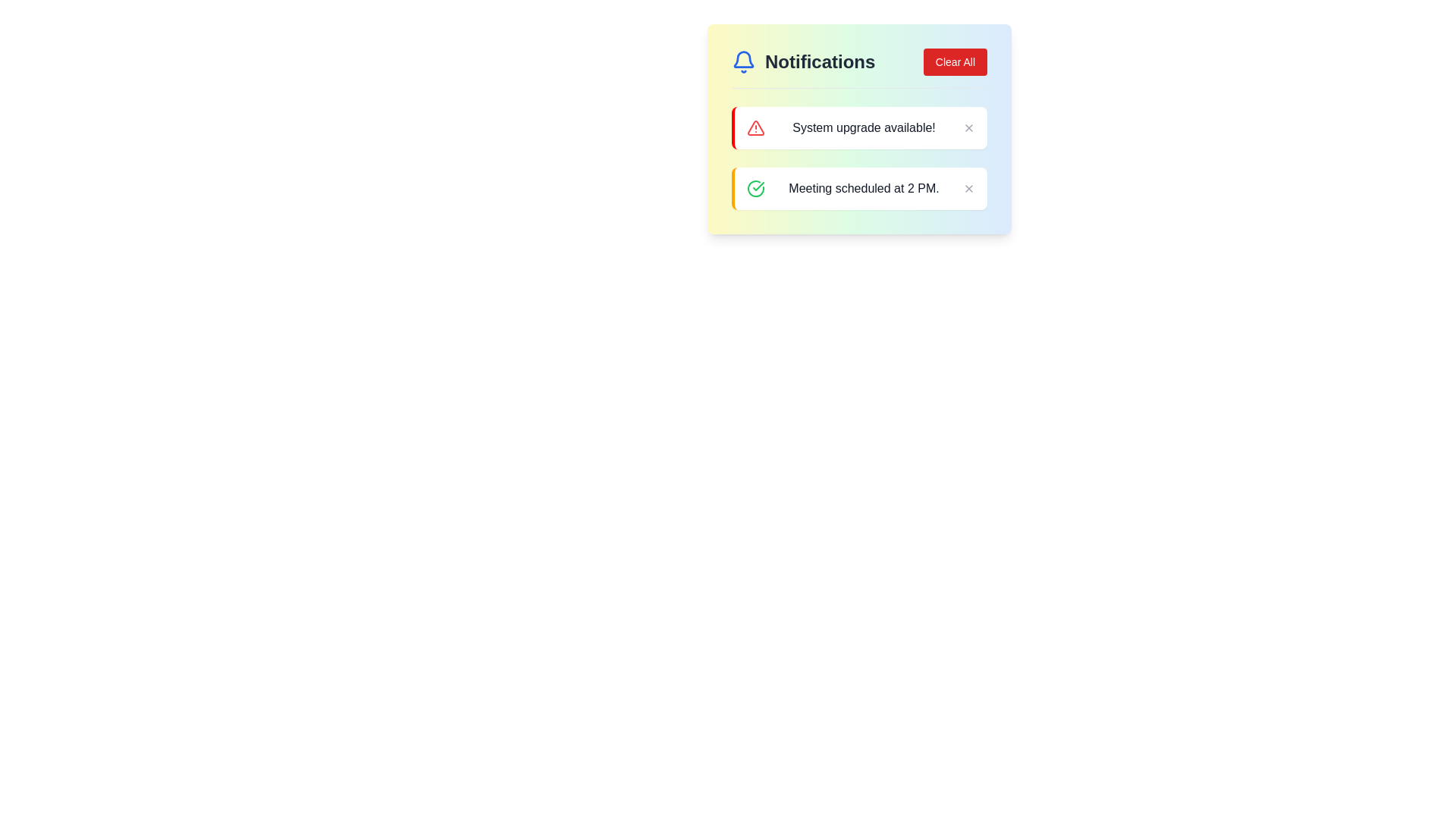  I want to click on the close button located at the top-right corner of the notification message block containing the text 'System upgrade available!', so click(968, 127).